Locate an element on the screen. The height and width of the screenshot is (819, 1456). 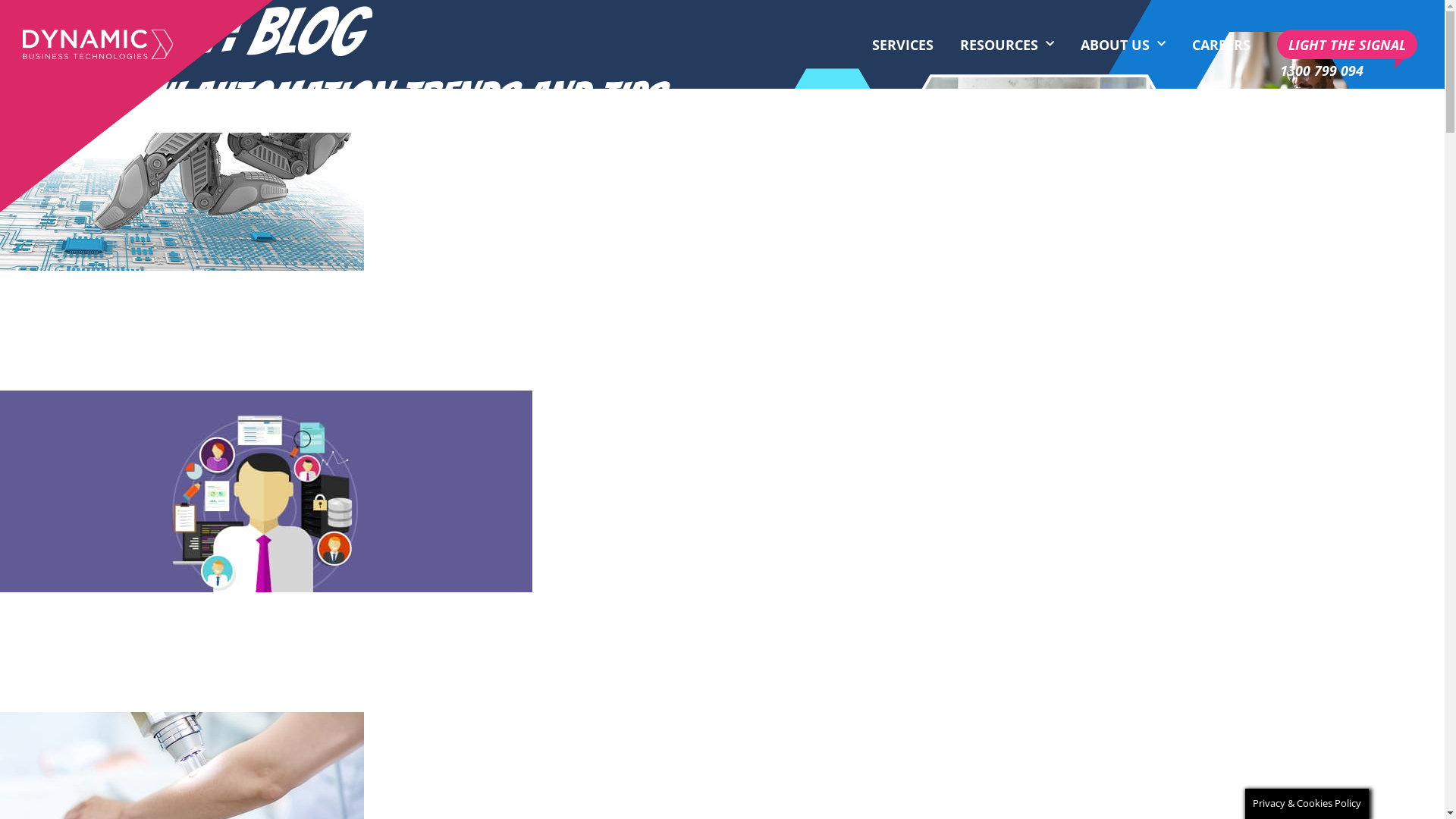
'SERVICES' is located at coordinates (872, 43).